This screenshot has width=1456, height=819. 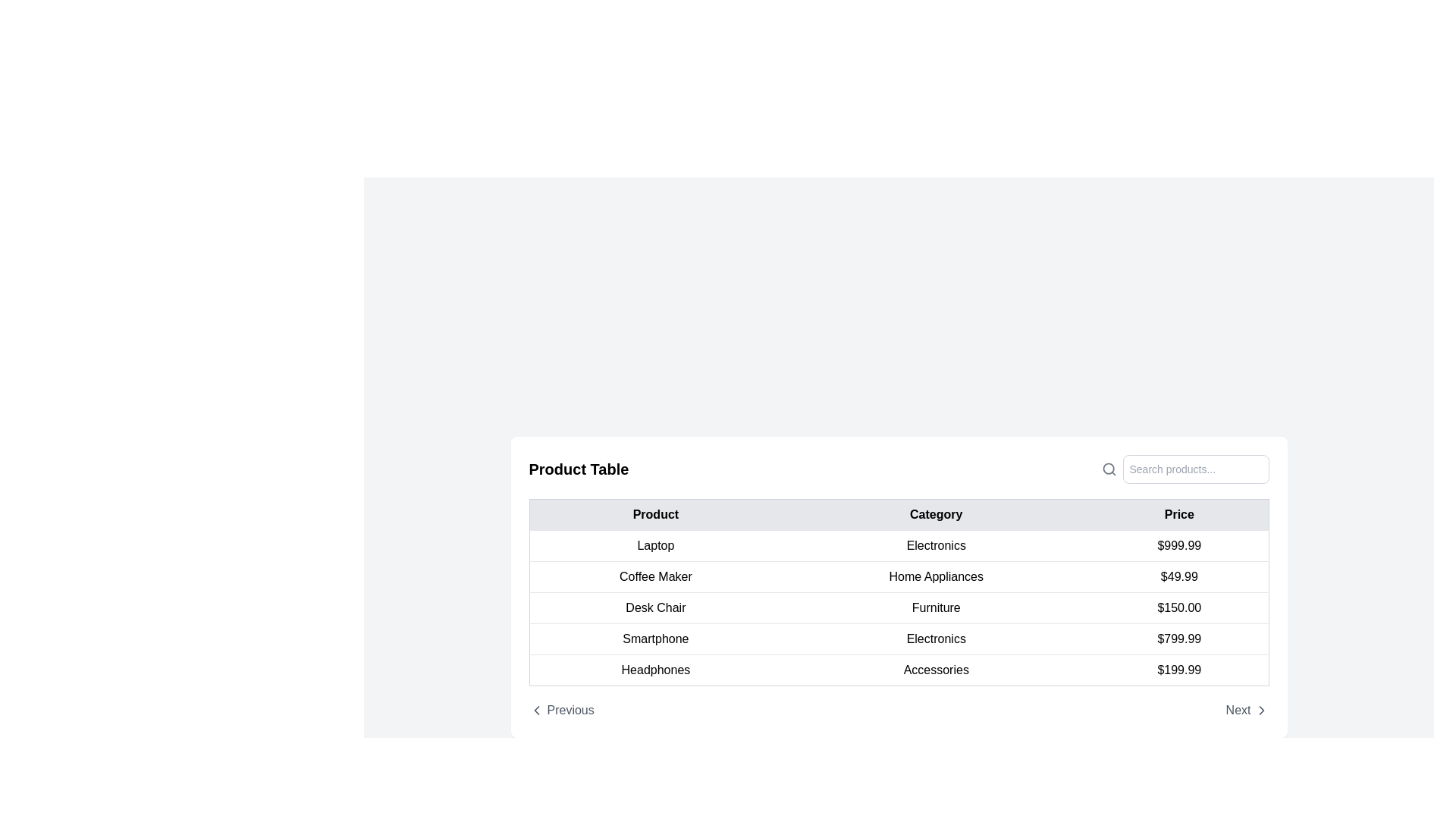 I want to click on the Navigation bar at the bottom of the content panel, so click(x=899, y=710).